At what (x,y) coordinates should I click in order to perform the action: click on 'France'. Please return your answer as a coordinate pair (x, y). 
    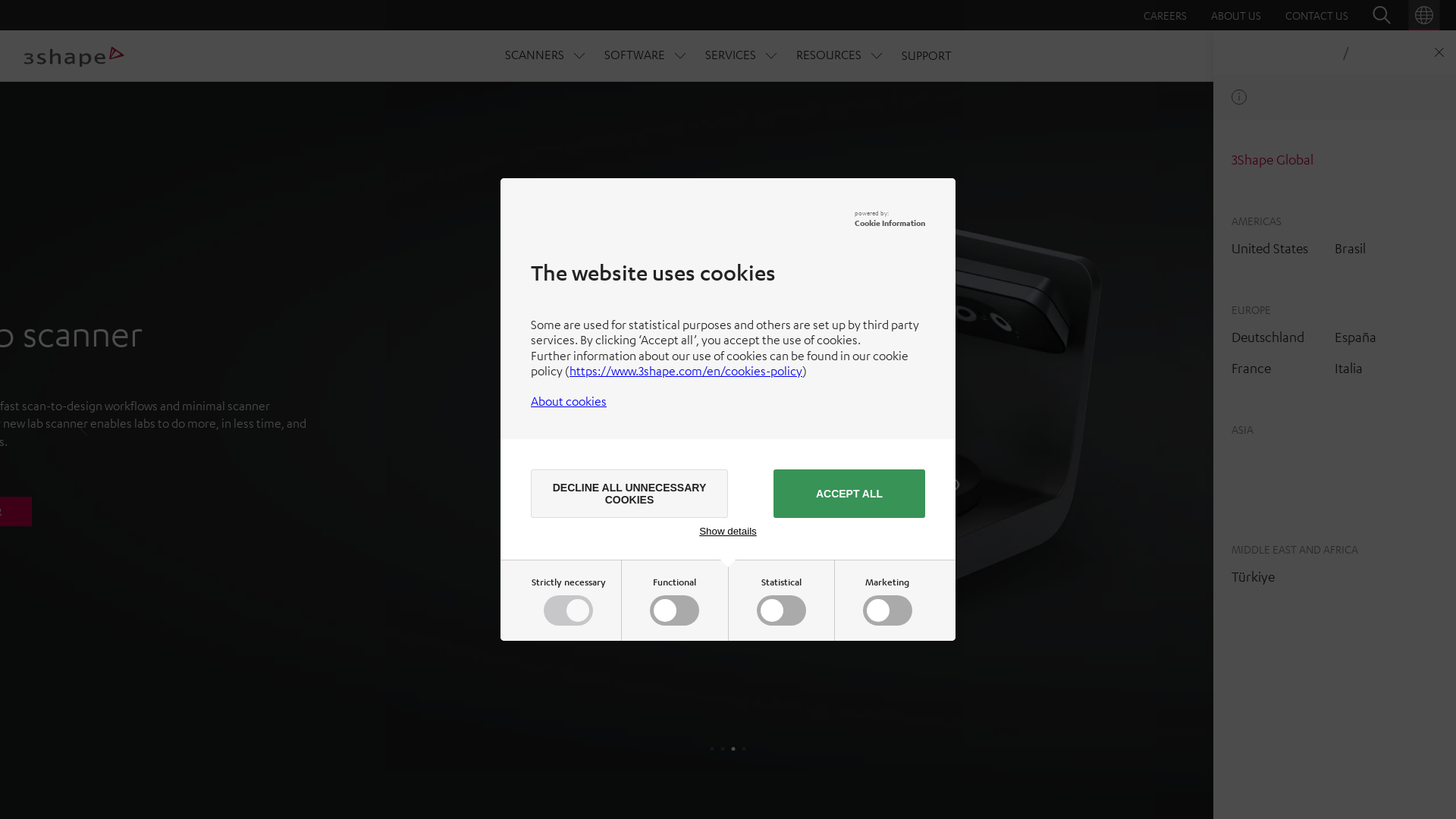
    Looking at the image, I should click on (1251, 368).